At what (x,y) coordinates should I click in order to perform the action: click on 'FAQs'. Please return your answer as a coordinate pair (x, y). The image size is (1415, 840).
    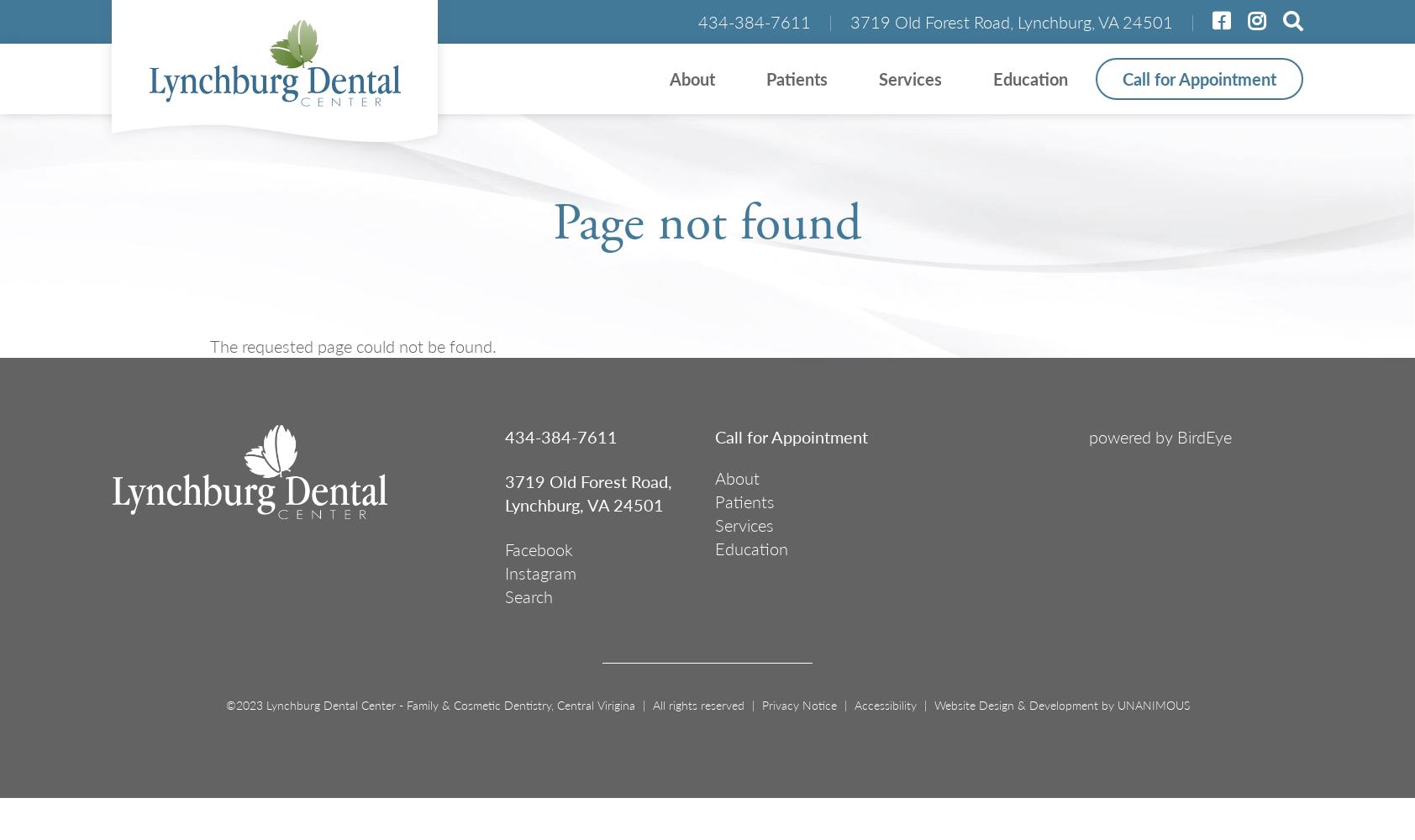
    Looking at the image, I should click on (386, 231).